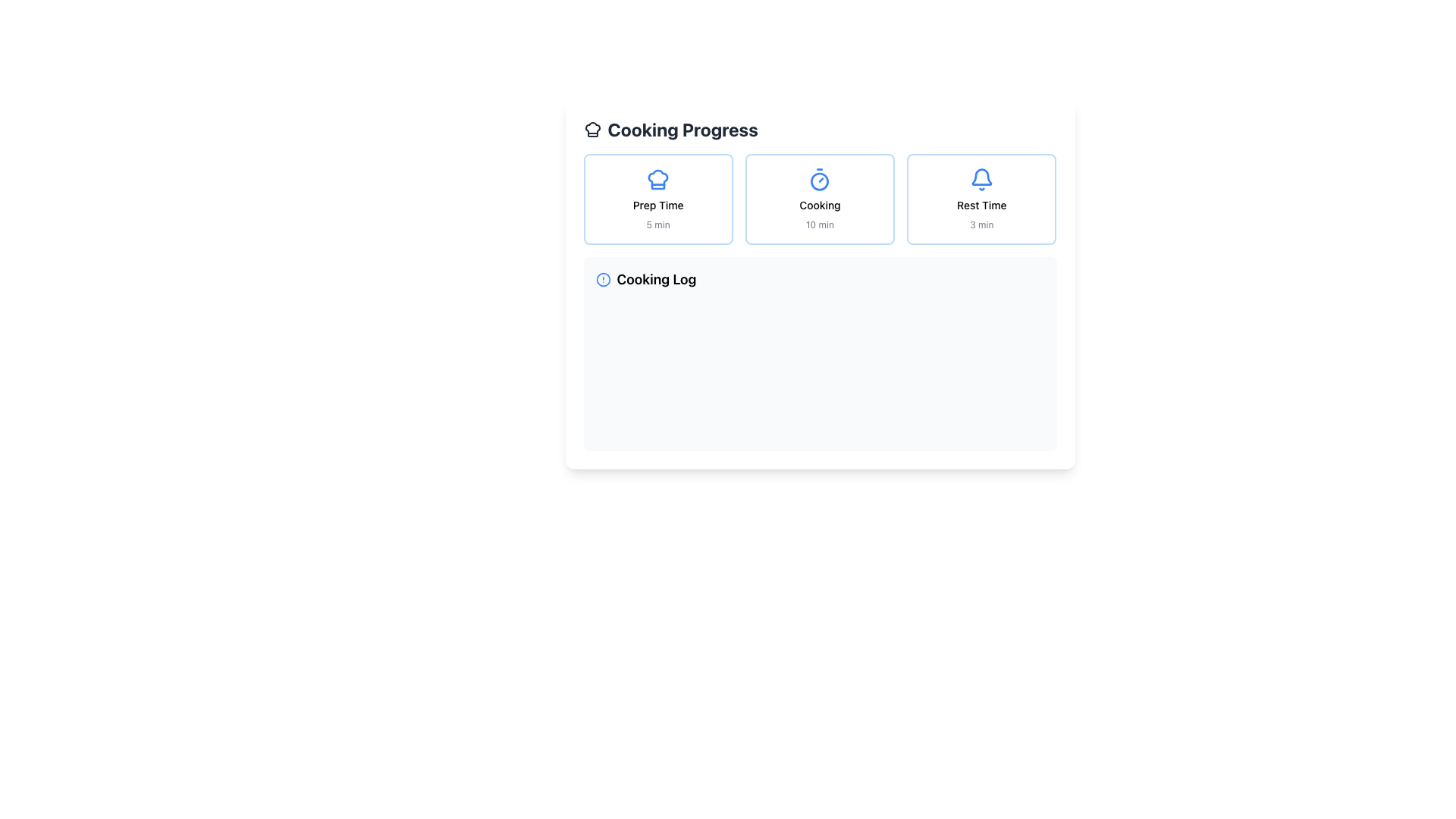 The height and width of the screenshot is (819, 1456). Describe the element at coordinates (658, 178) in the screenshot. I see `the chef hat icon element located at the center-top of the 'Prep Time' card` at that location.